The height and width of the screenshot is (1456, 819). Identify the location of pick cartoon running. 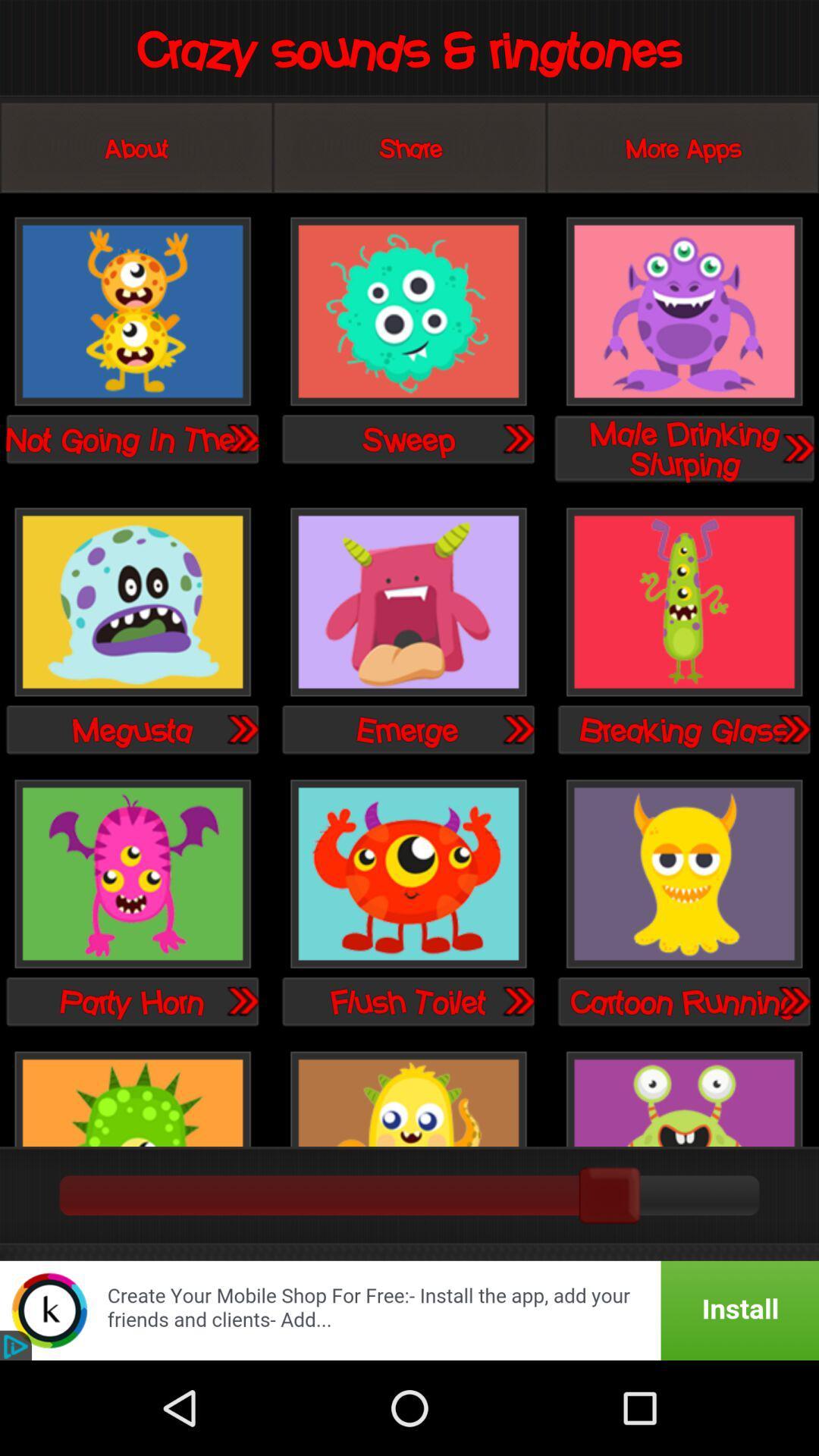
(684, 875).